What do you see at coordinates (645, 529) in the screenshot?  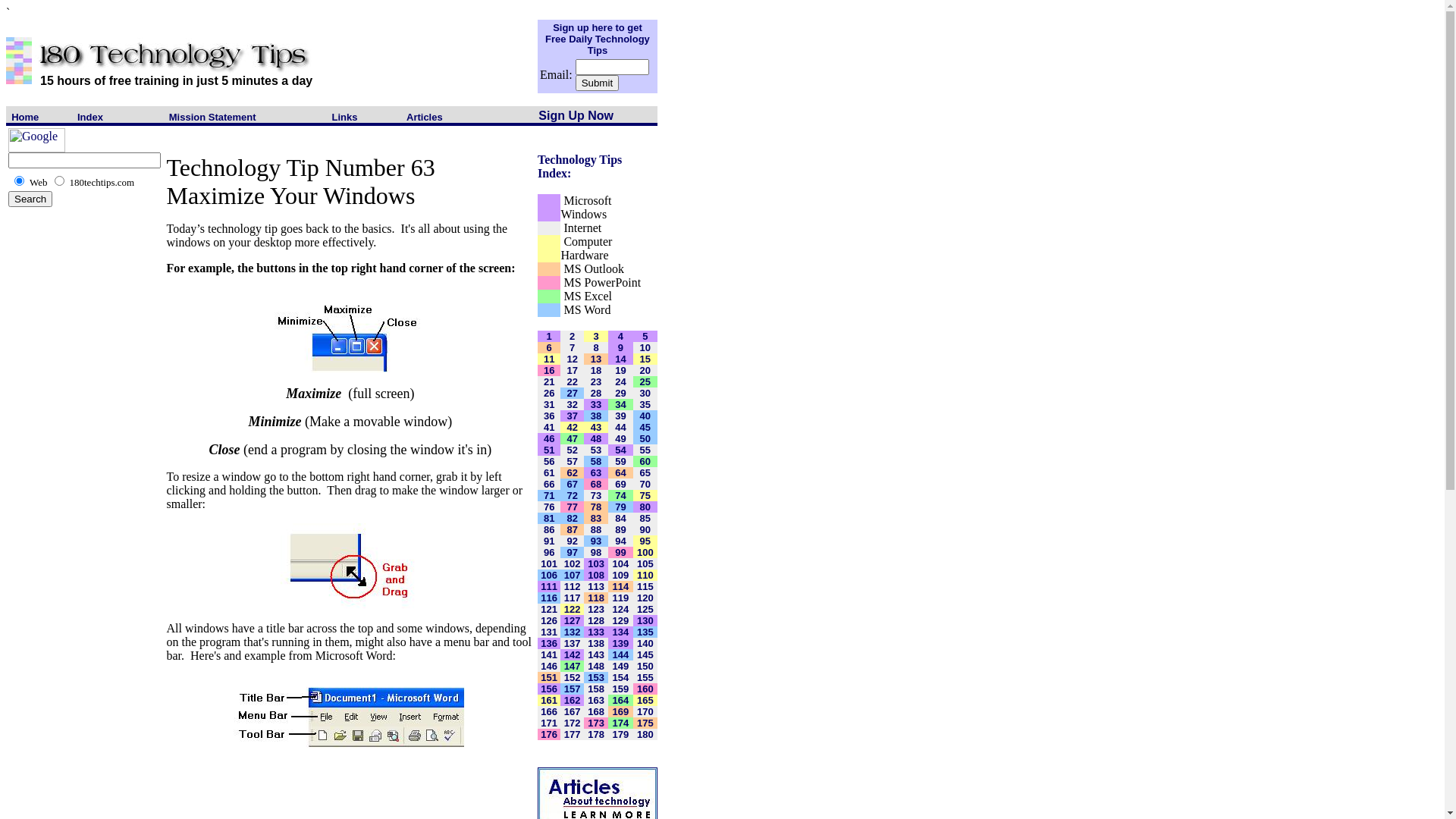 I see `'90'` at bounding box center [645, 529].